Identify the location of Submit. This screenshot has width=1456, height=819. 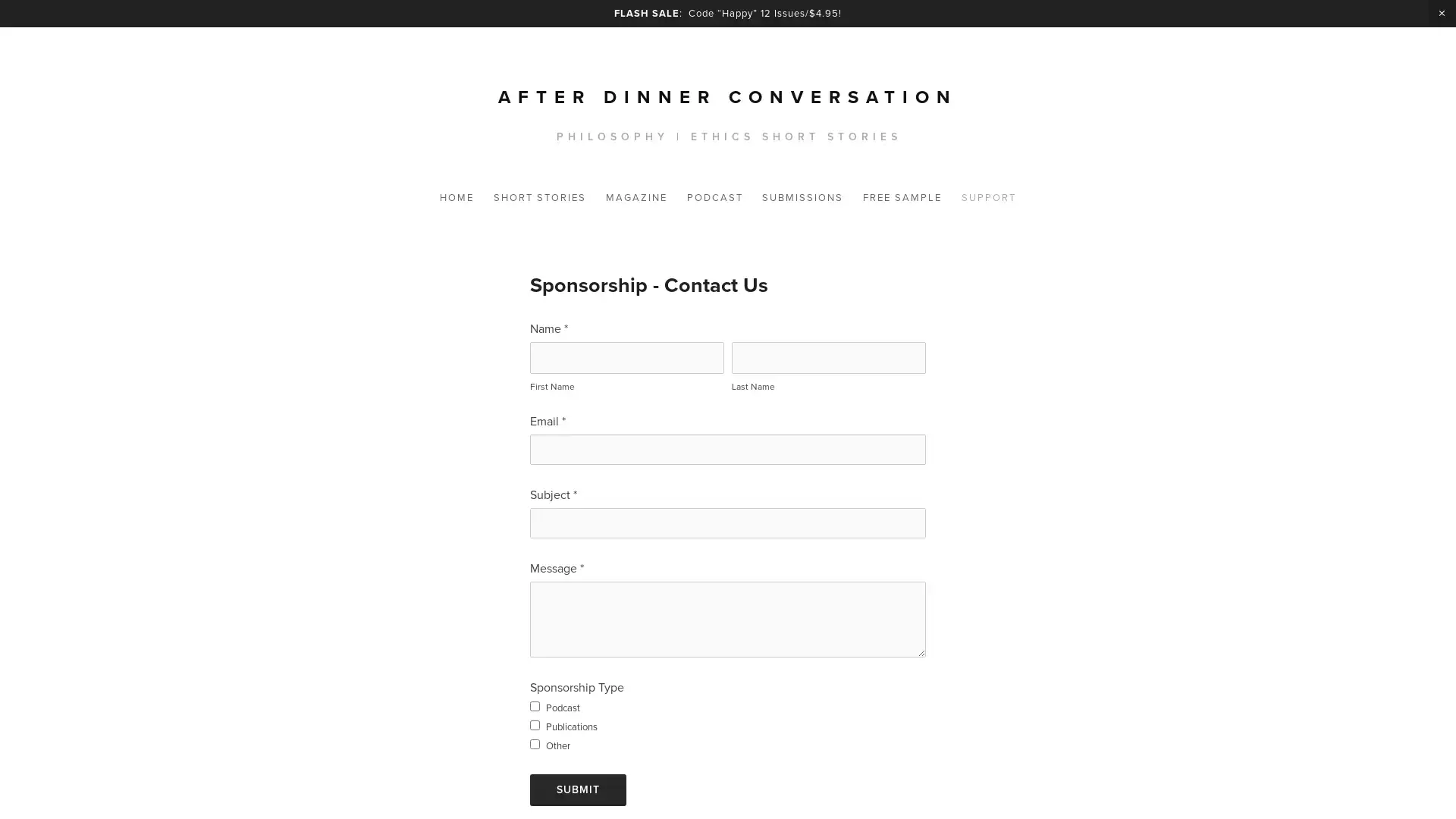
(577, 789).